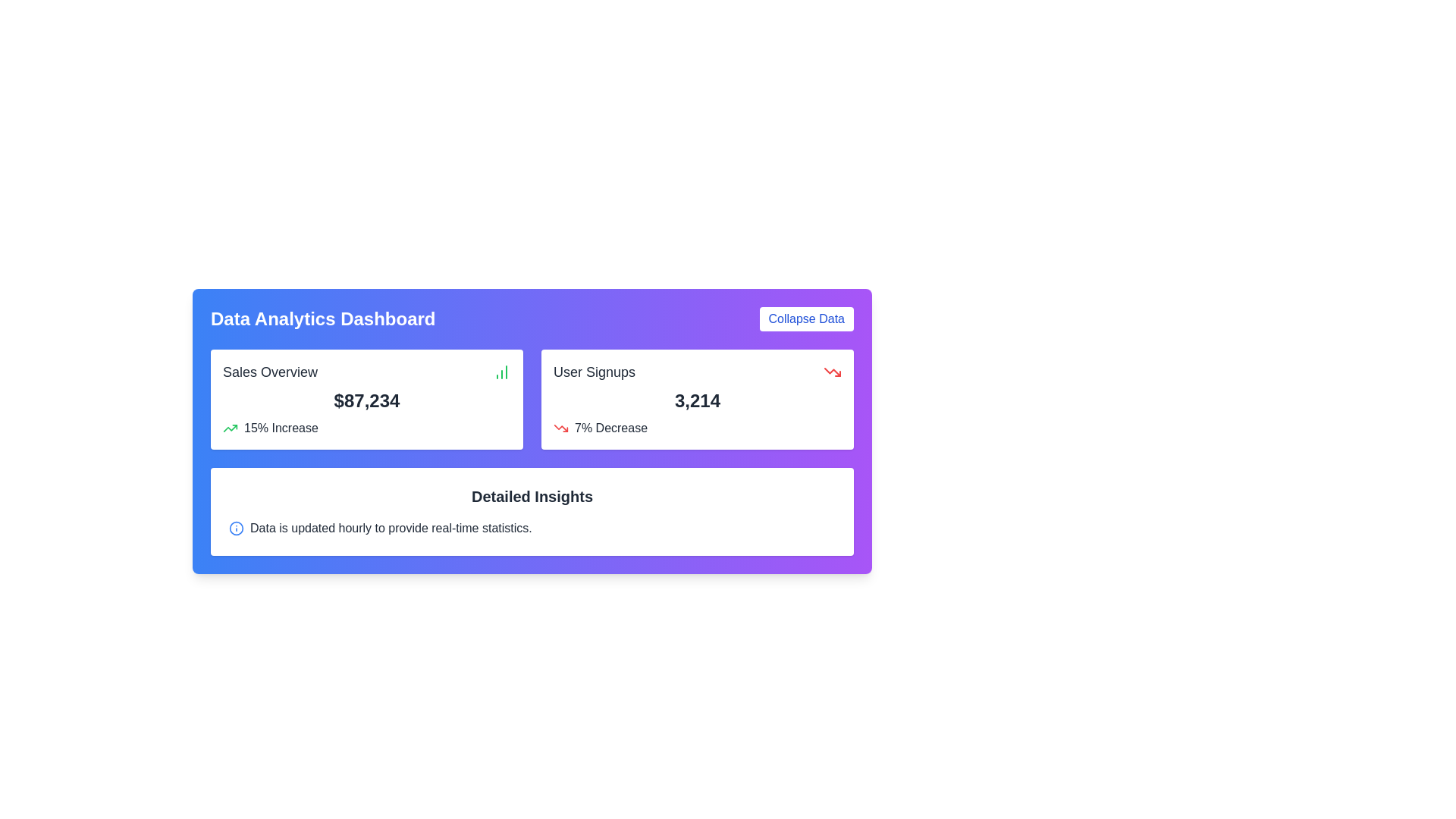  Describe the element at coordinates (832, 372) in the screenshot. I see `the iconic shape within the SVG illustration that indicates a 7% decrease in user signups, located beneath the 'User Signups' heading` at that location.